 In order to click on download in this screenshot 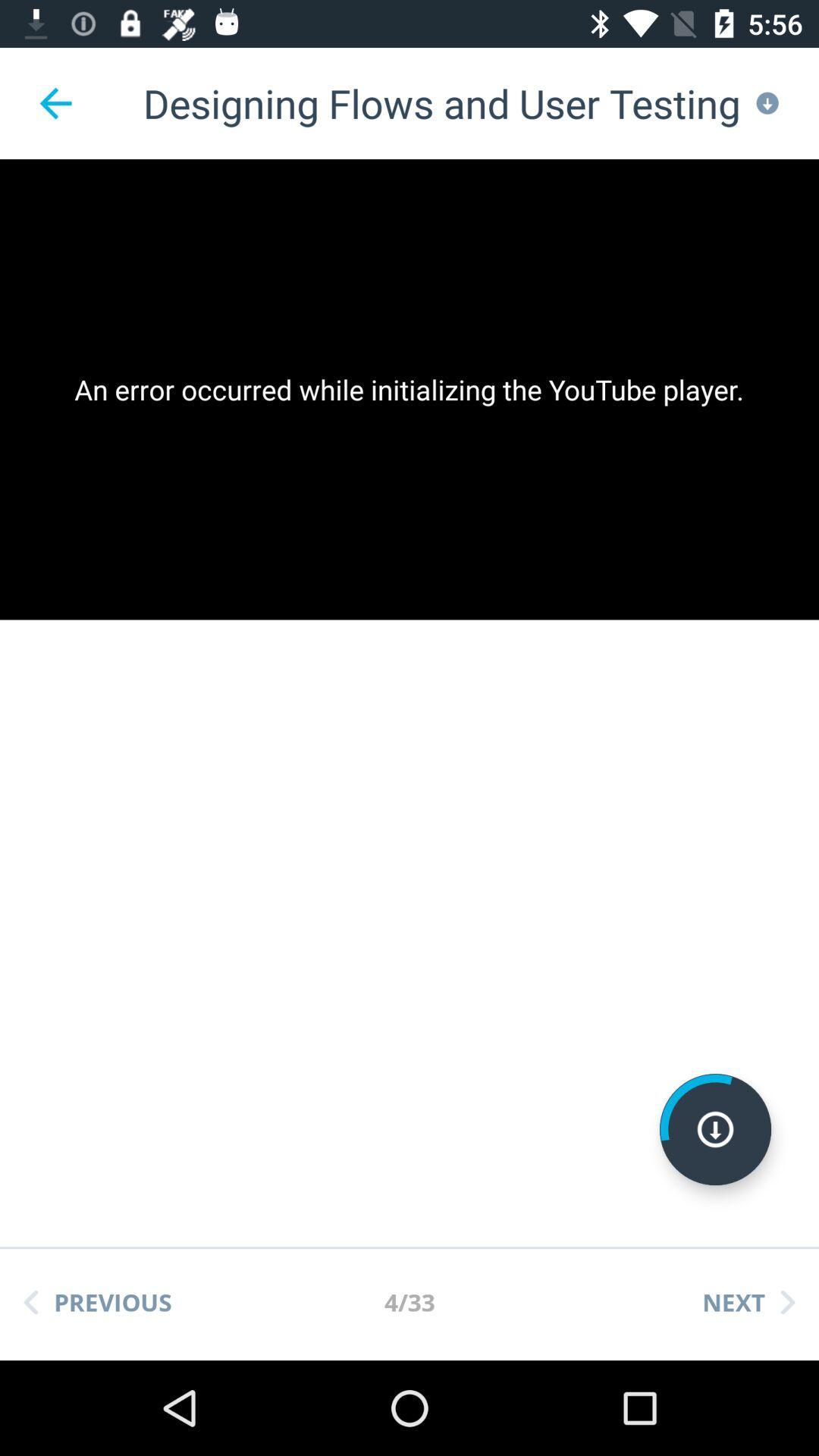, I will do `click(715, 1129)`.